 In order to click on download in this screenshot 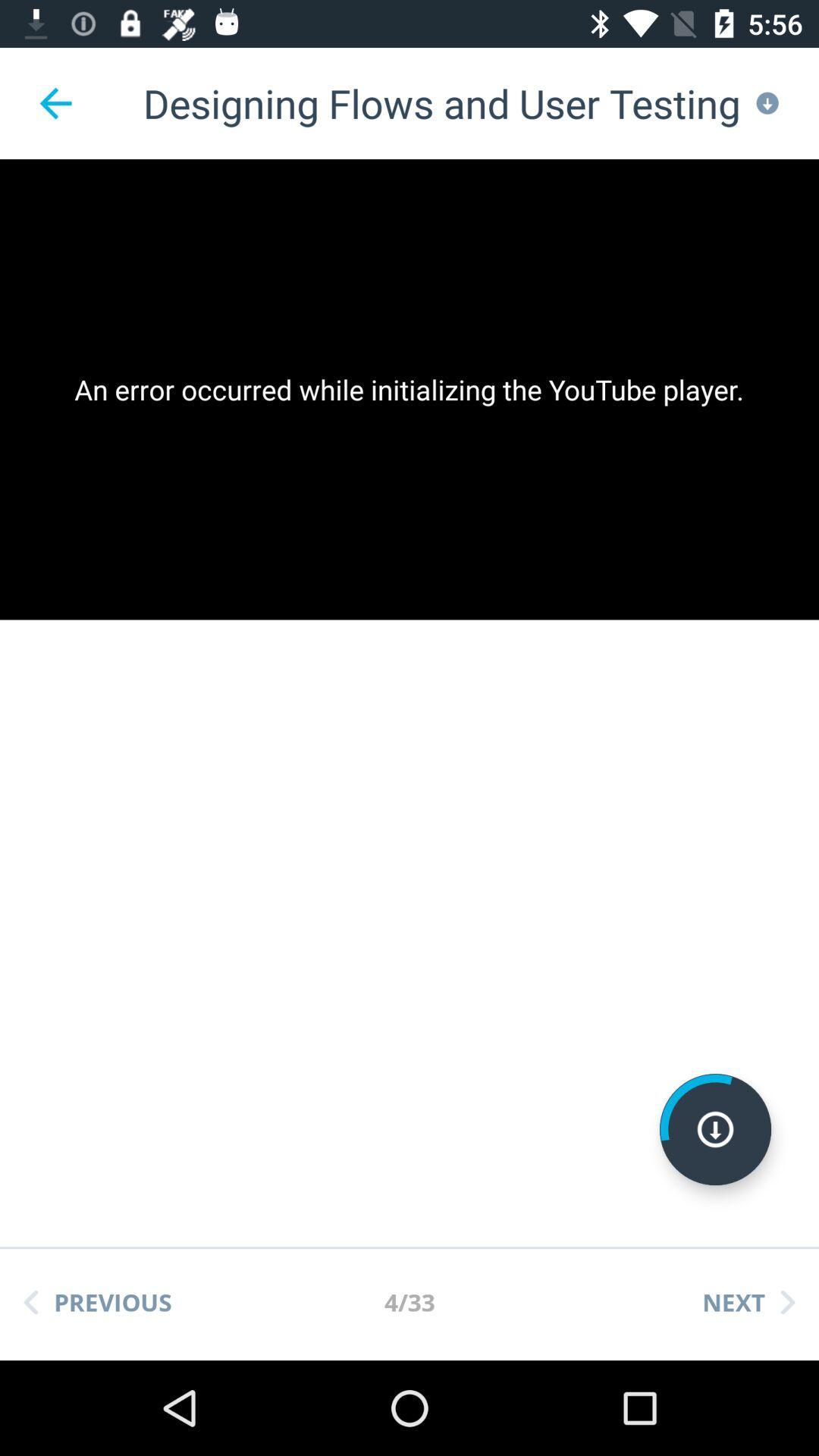, I will do `click(715, 1129)`.